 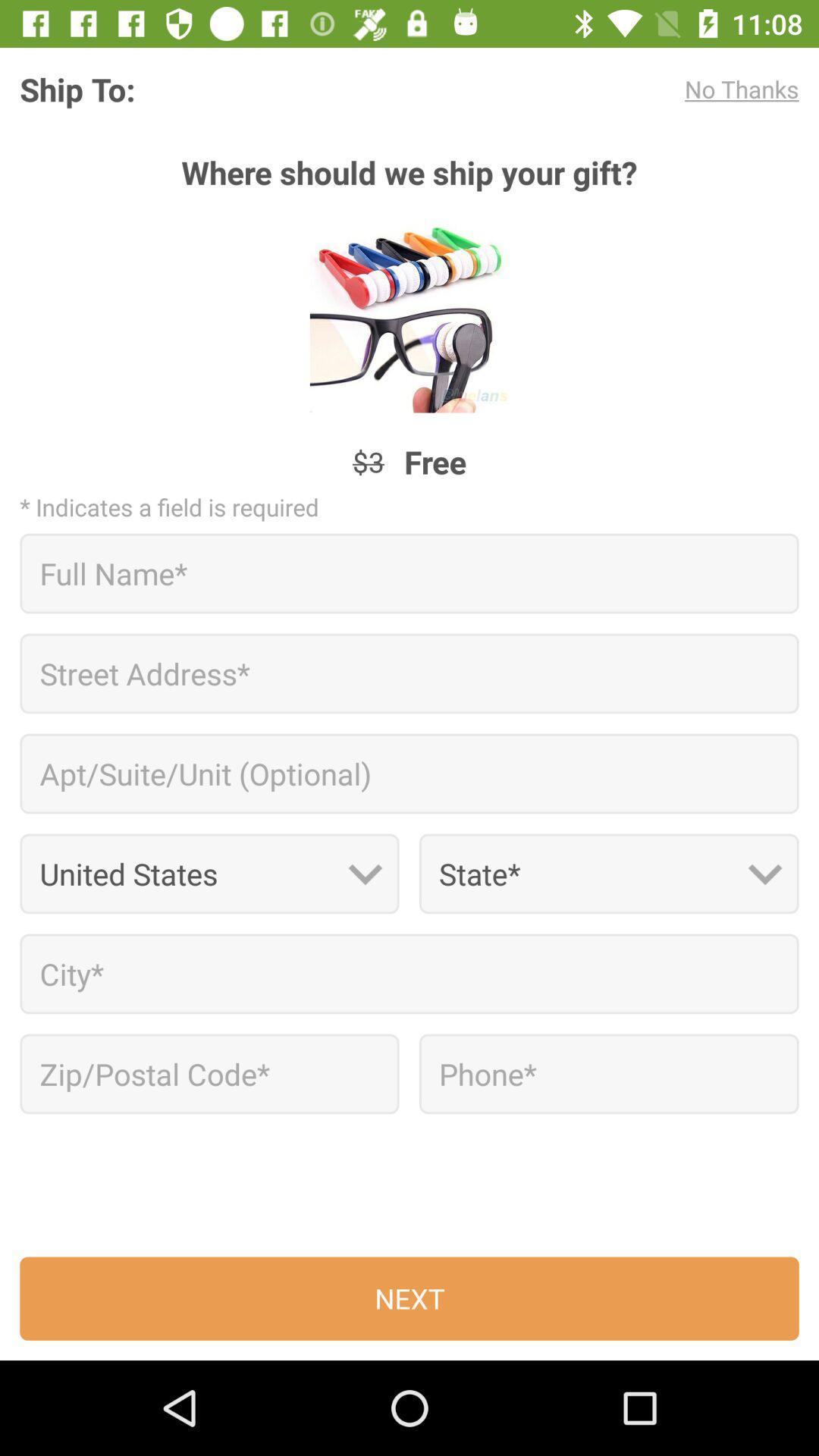 I want to click on insert street address, so click(x=409, y=673).